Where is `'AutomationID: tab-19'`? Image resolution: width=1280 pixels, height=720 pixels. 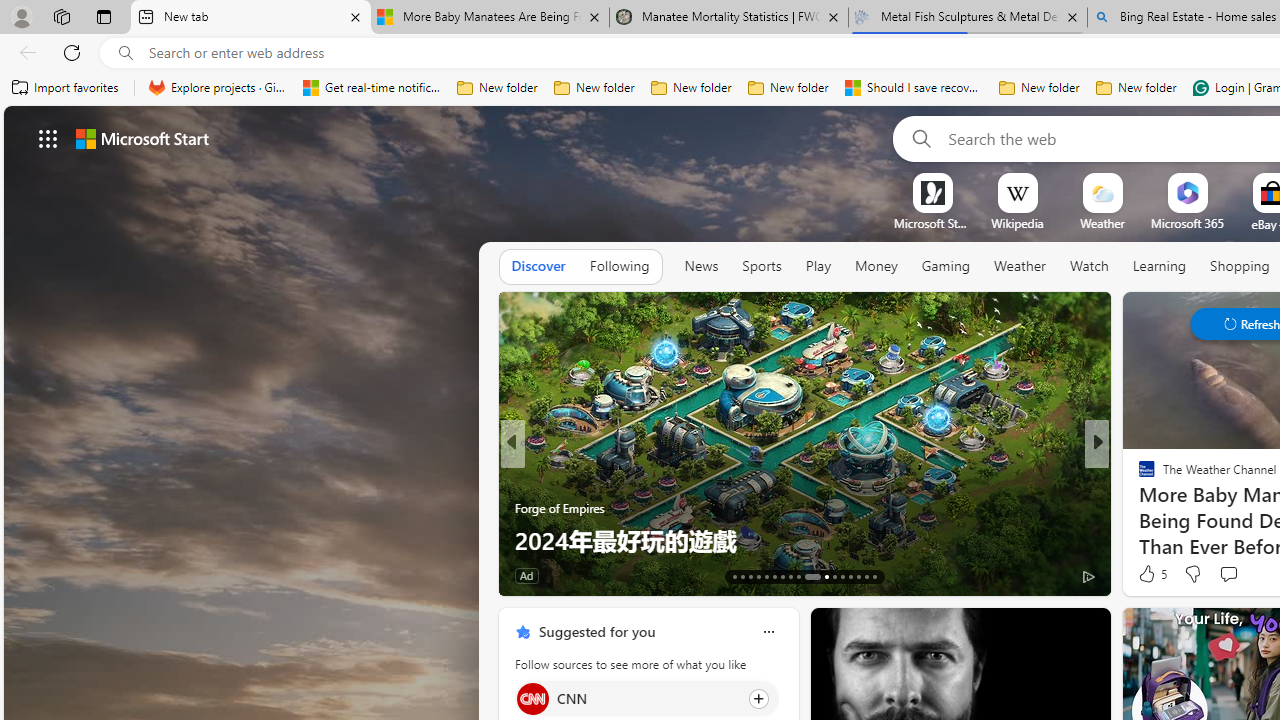
'AutomationID: tab-19' is located at coordinates (781, 577).